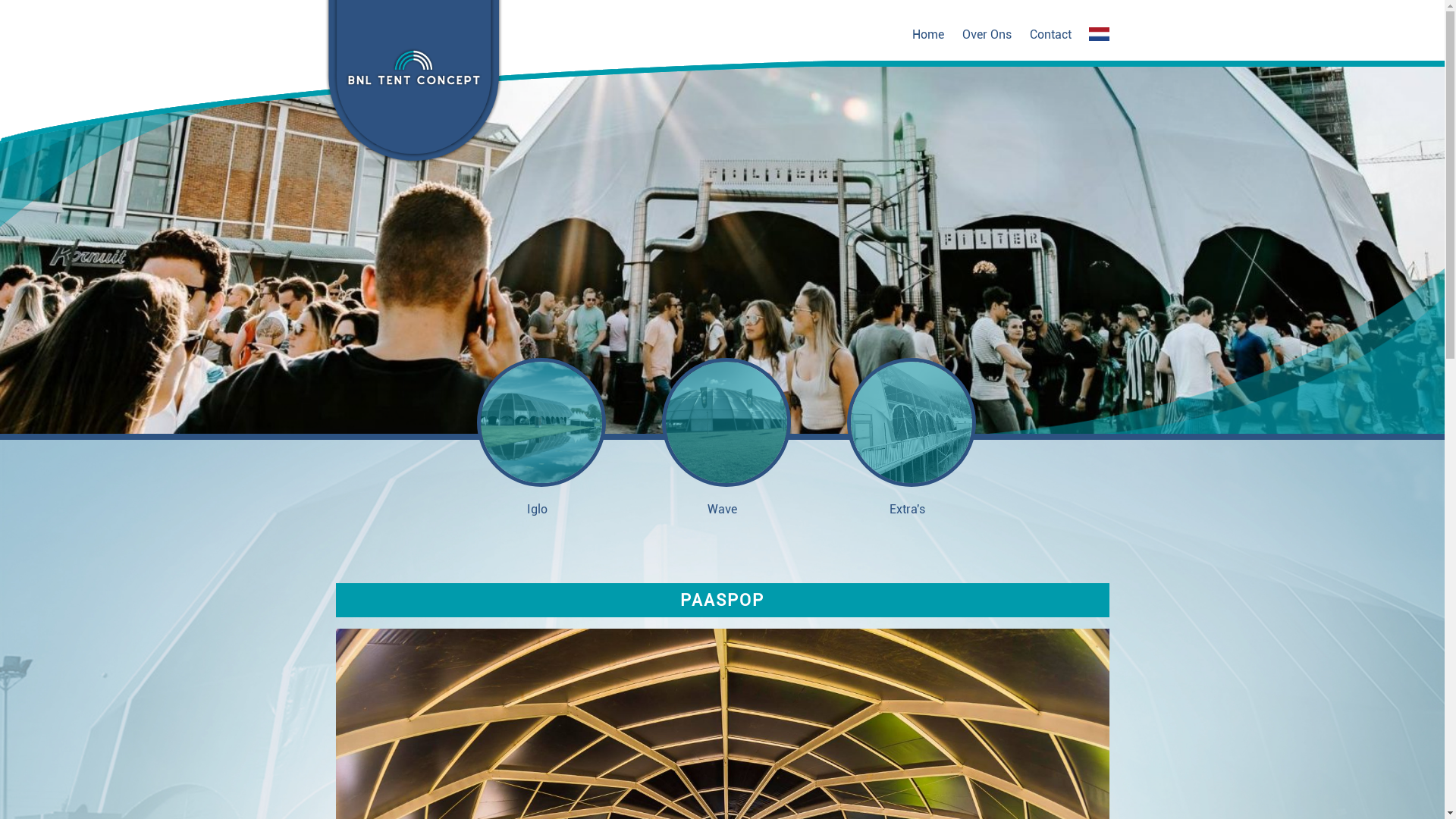 The width and height of the screenshot is (1456, 819). What do you see at coordinates (1050, 34) in the screenshot?
I see `'Contact'` at bounding box center [1050, 34].